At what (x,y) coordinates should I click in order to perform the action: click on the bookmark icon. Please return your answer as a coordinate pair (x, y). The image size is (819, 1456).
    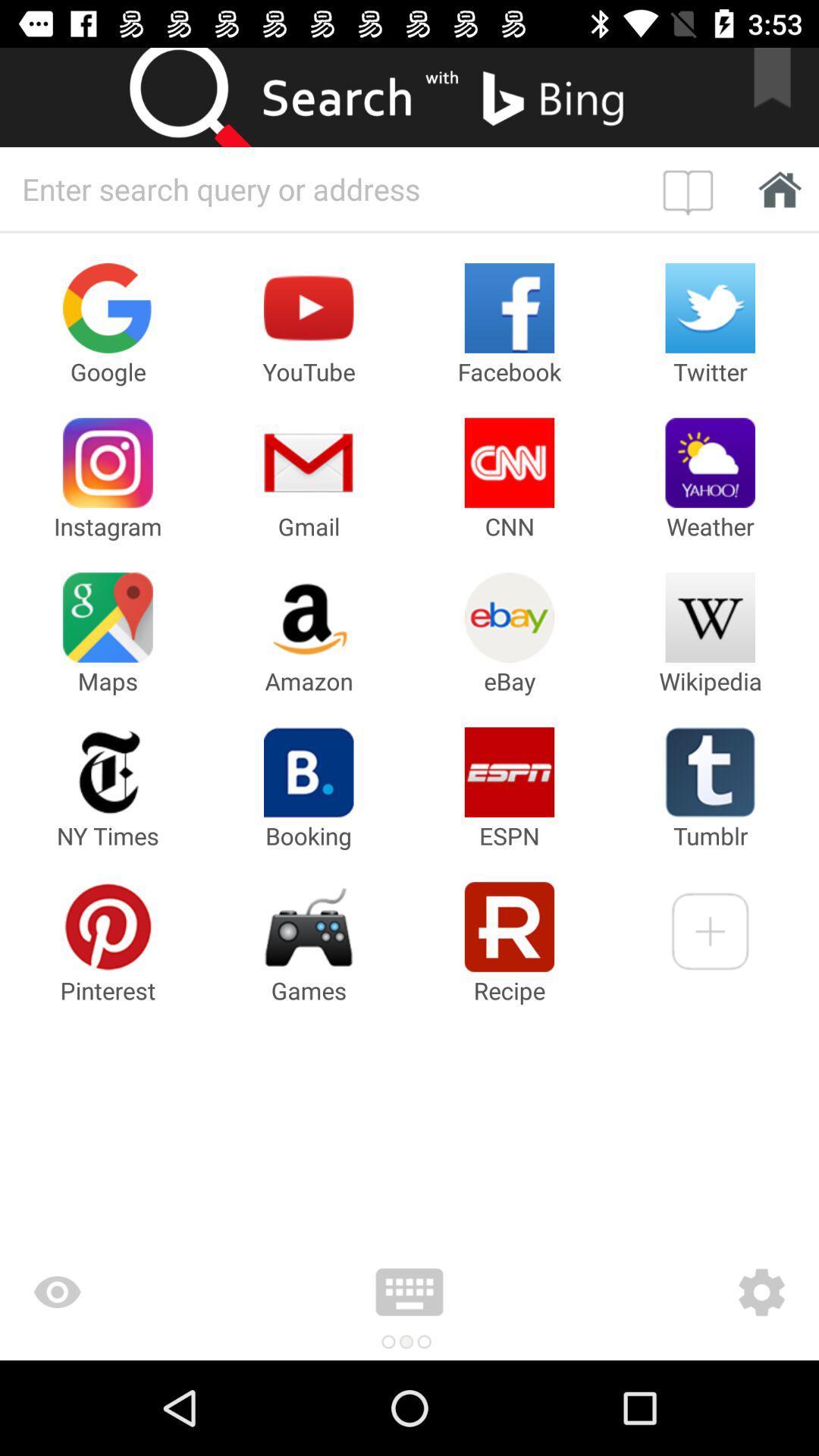
    Looking at the image, I should click on (782, 96).